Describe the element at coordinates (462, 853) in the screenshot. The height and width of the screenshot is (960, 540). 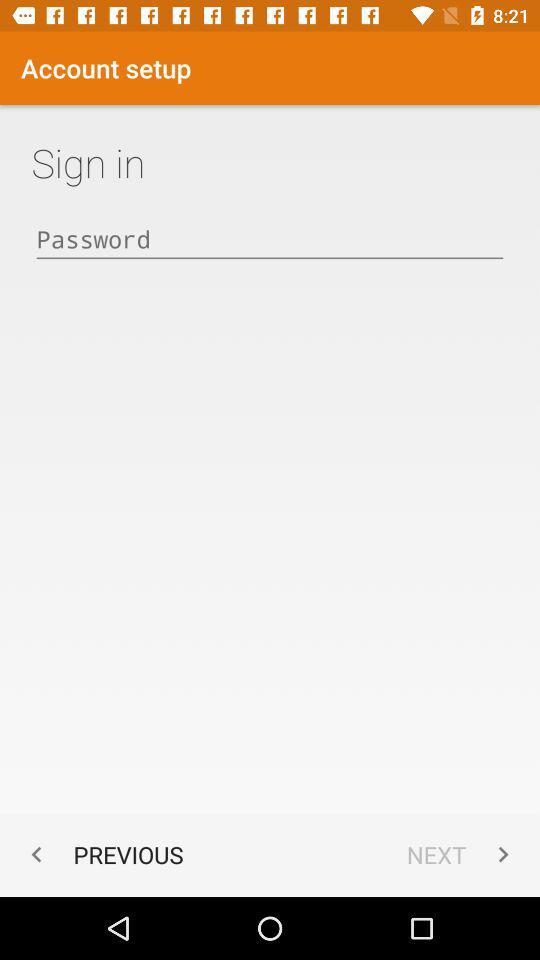
I see `app next to the previous` at that location.